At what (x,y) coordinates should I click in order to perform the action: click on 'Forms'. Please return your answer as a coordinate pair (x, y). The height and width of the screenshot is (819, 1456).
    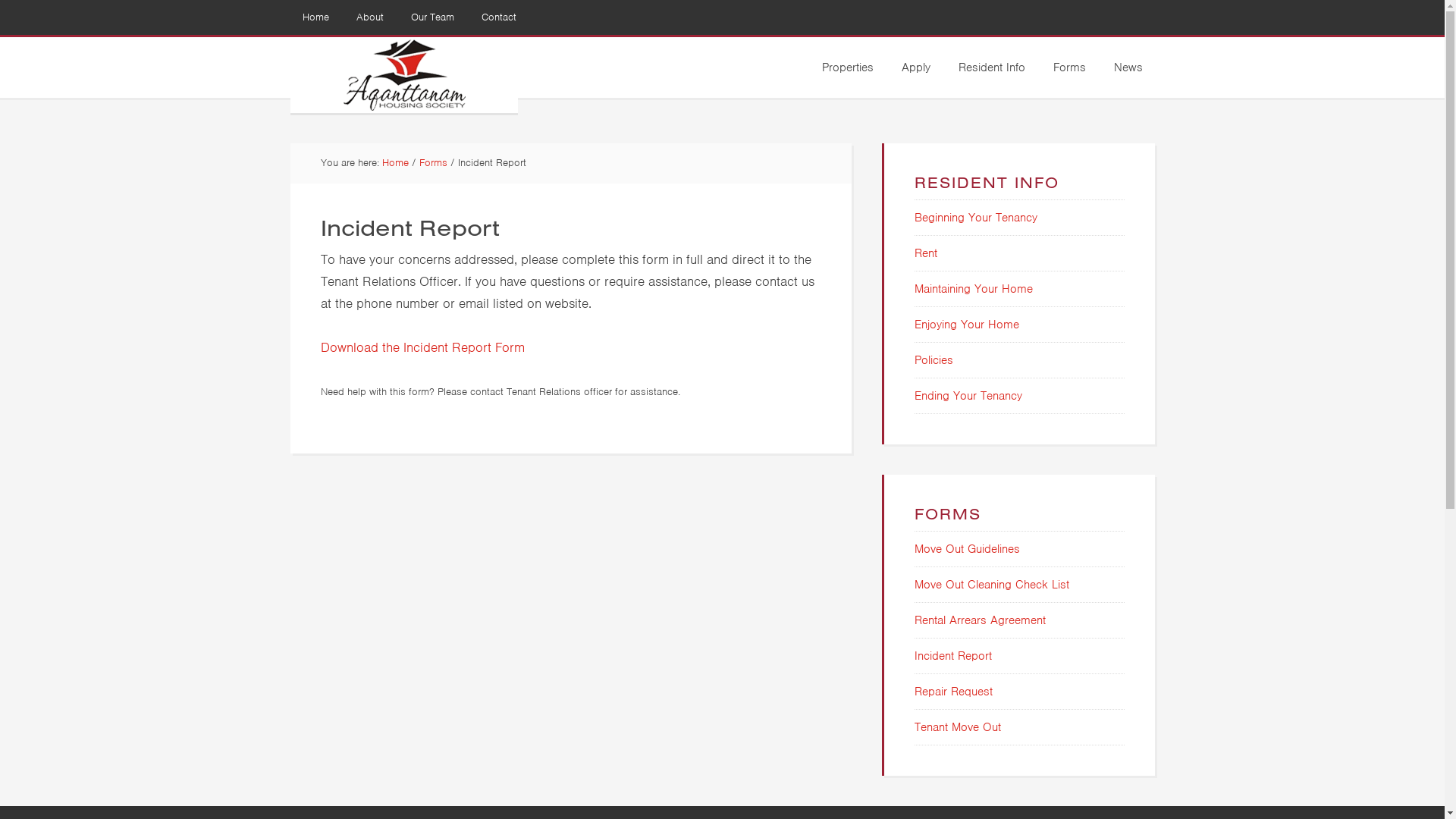
    Looking at the image, I should click on (1068, 66).